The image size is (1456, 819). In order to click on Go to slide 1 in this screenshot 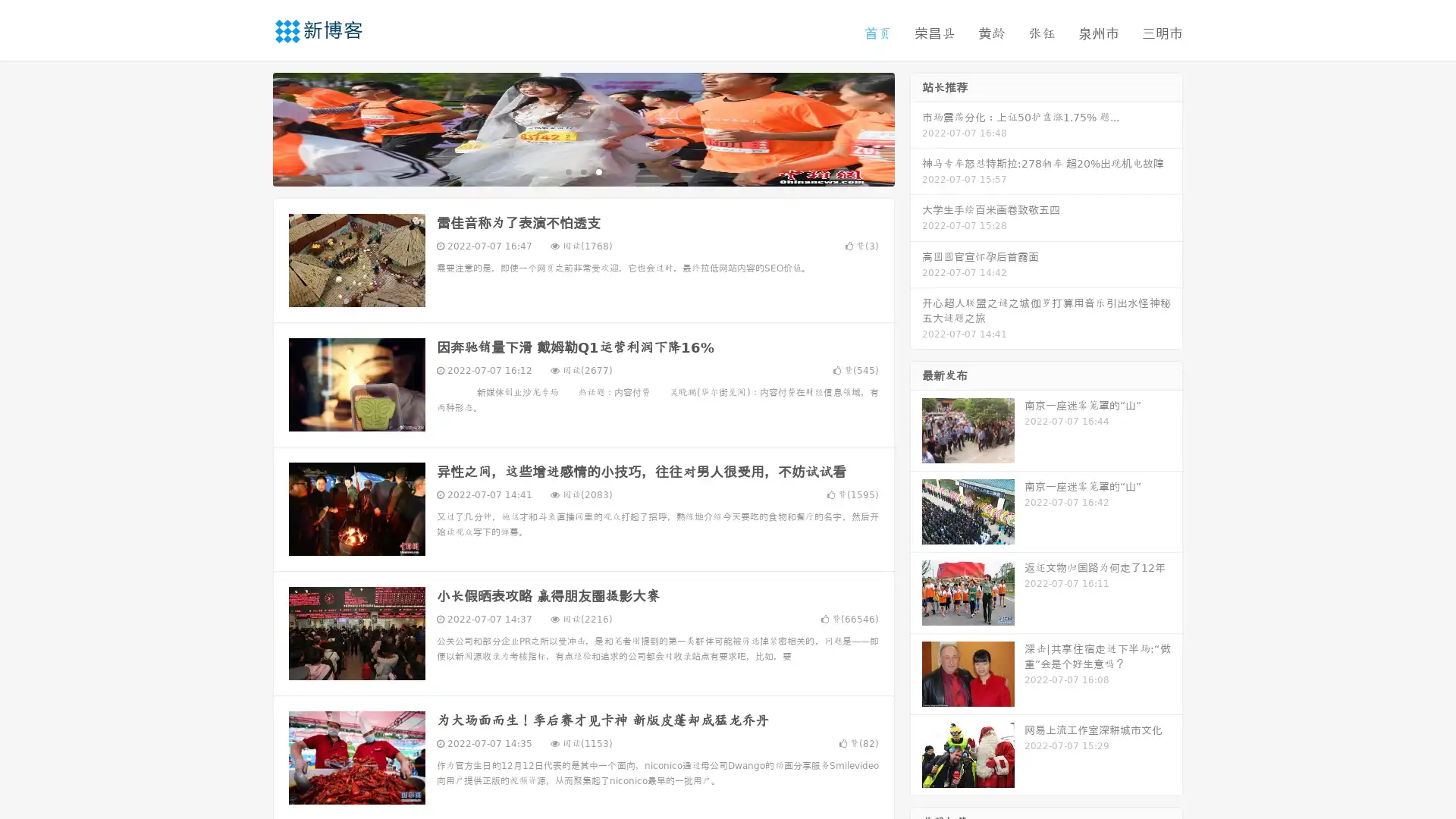, I will do `click(567, 171)`.